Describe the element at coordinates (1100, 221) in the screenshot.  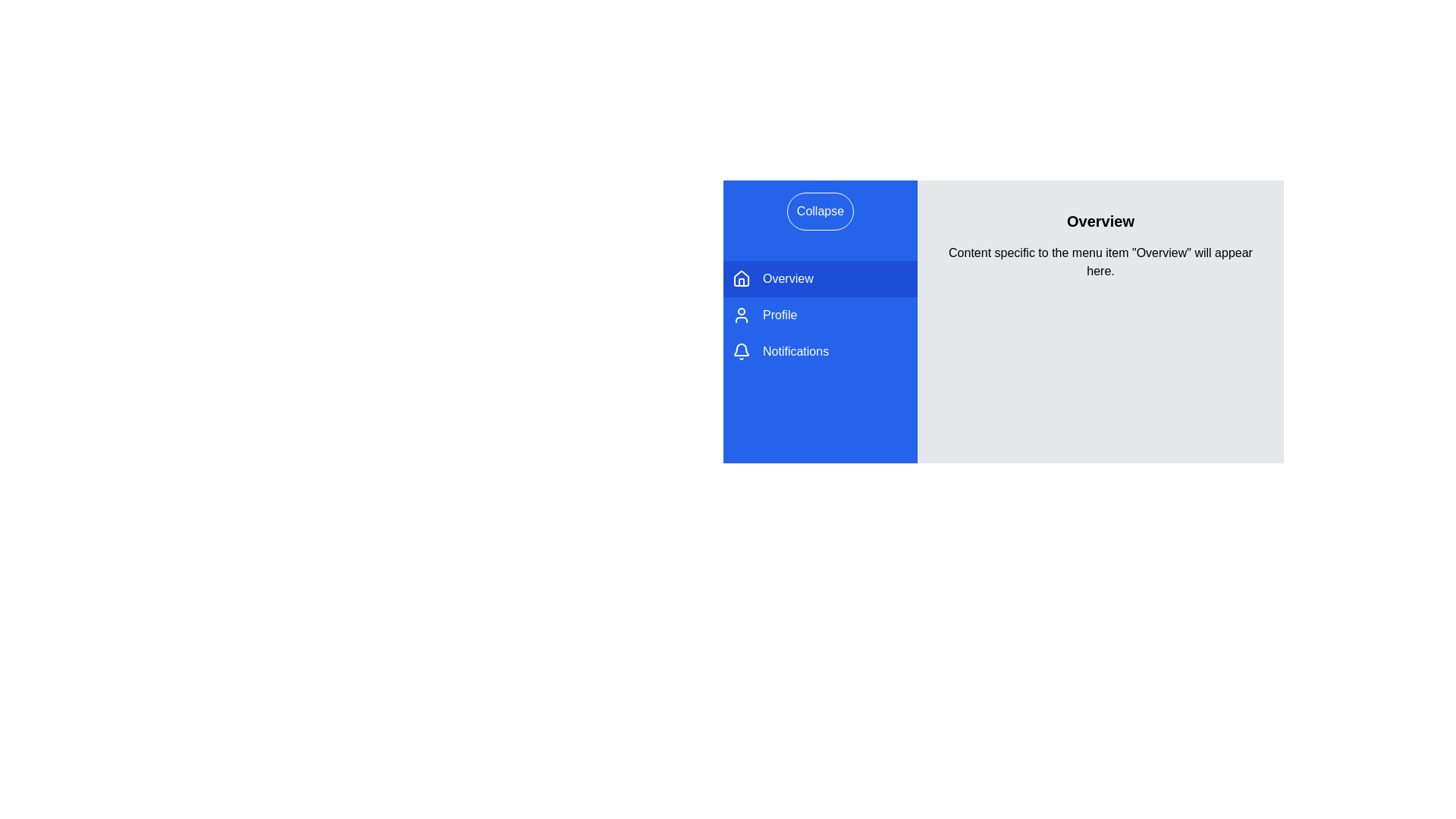
I see `prominent 'Overview' text label located at the top of the gray content area, styled in bold and large sans-serif font` at that location.